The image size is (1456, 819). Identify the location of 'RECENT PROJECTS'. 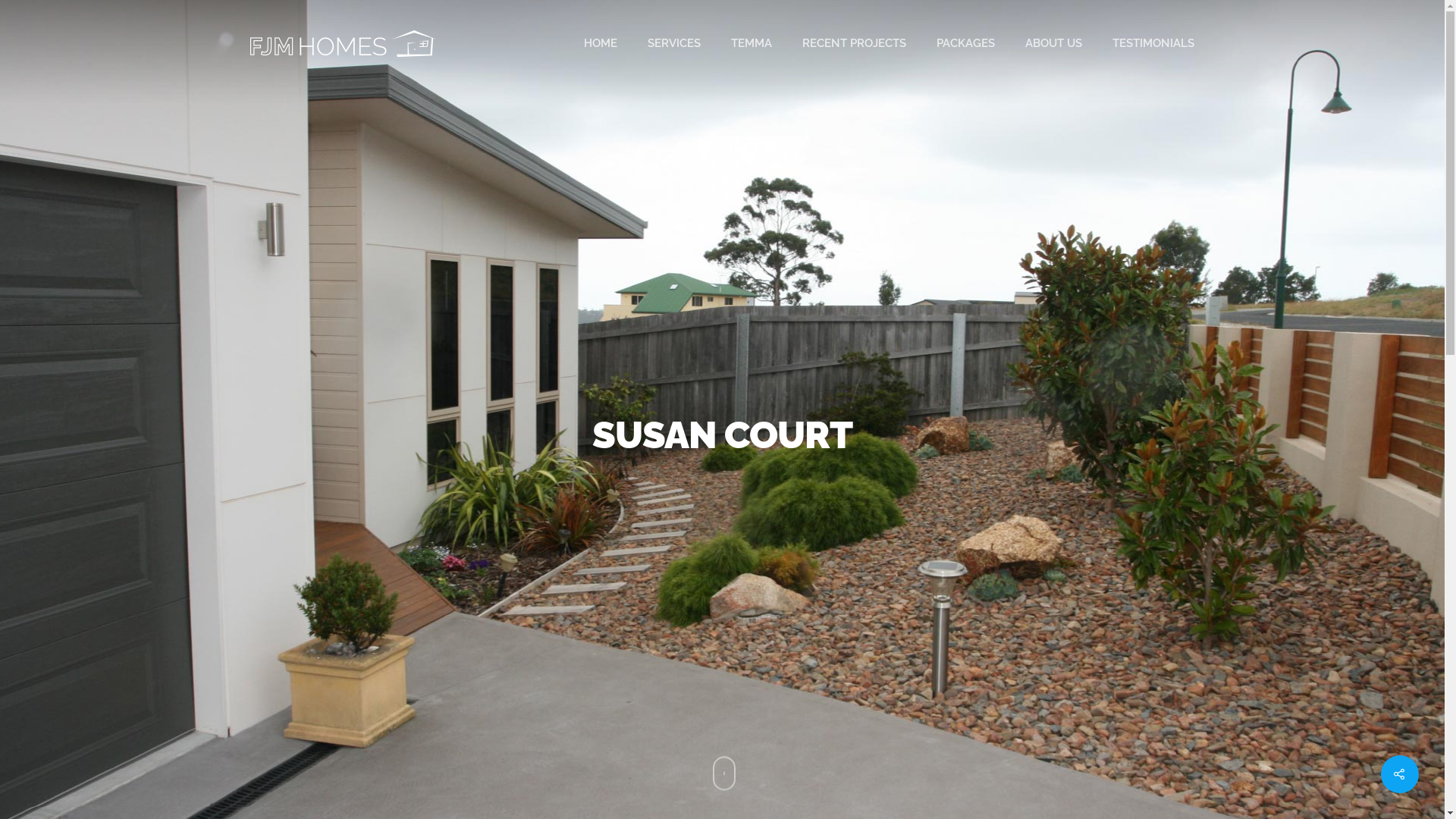
(801, 42).